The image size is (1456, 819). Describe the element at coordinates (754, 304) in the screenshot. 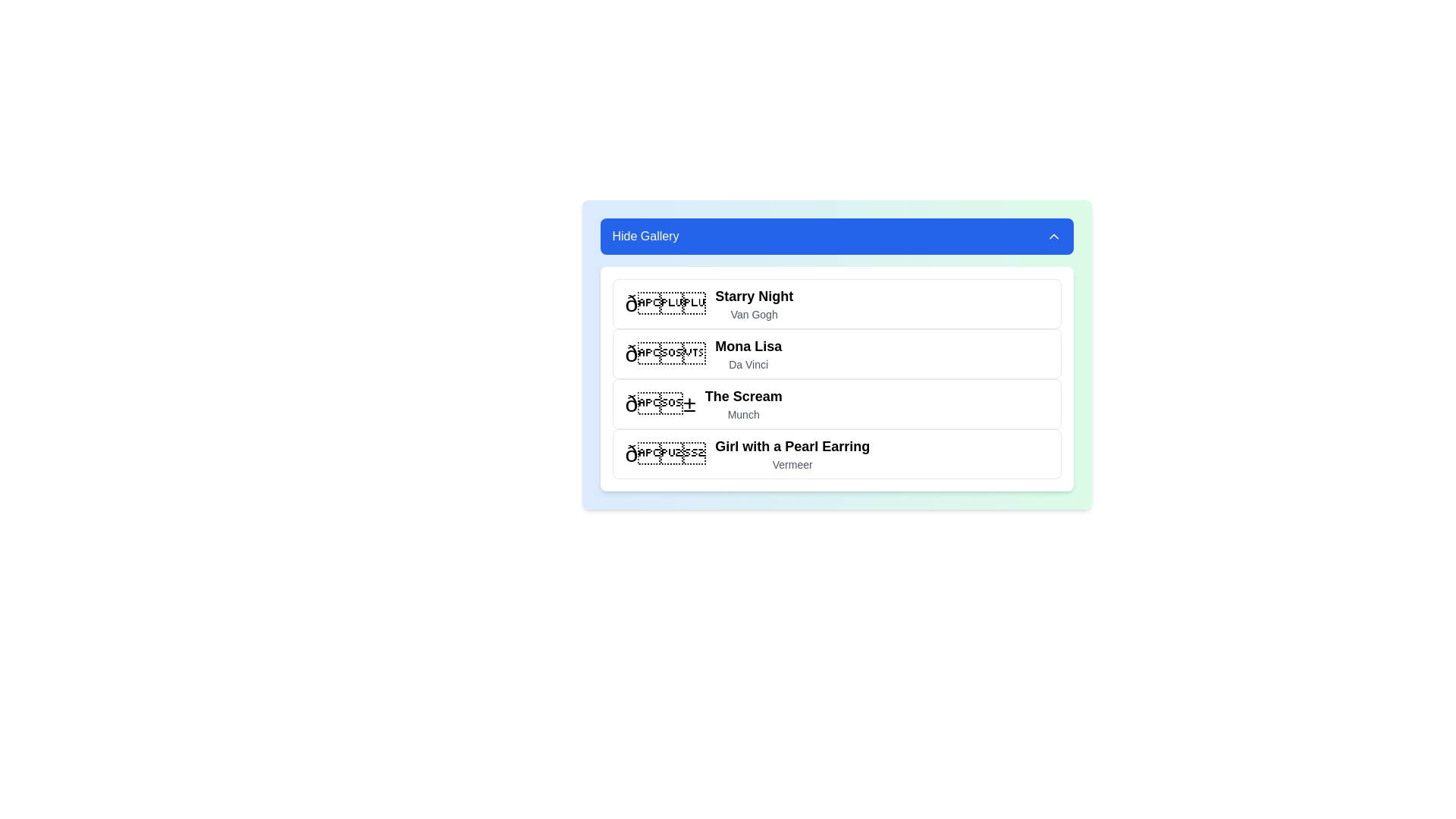

I see `the text block displaying 'Starry Night' by Van Gogh` at that location.